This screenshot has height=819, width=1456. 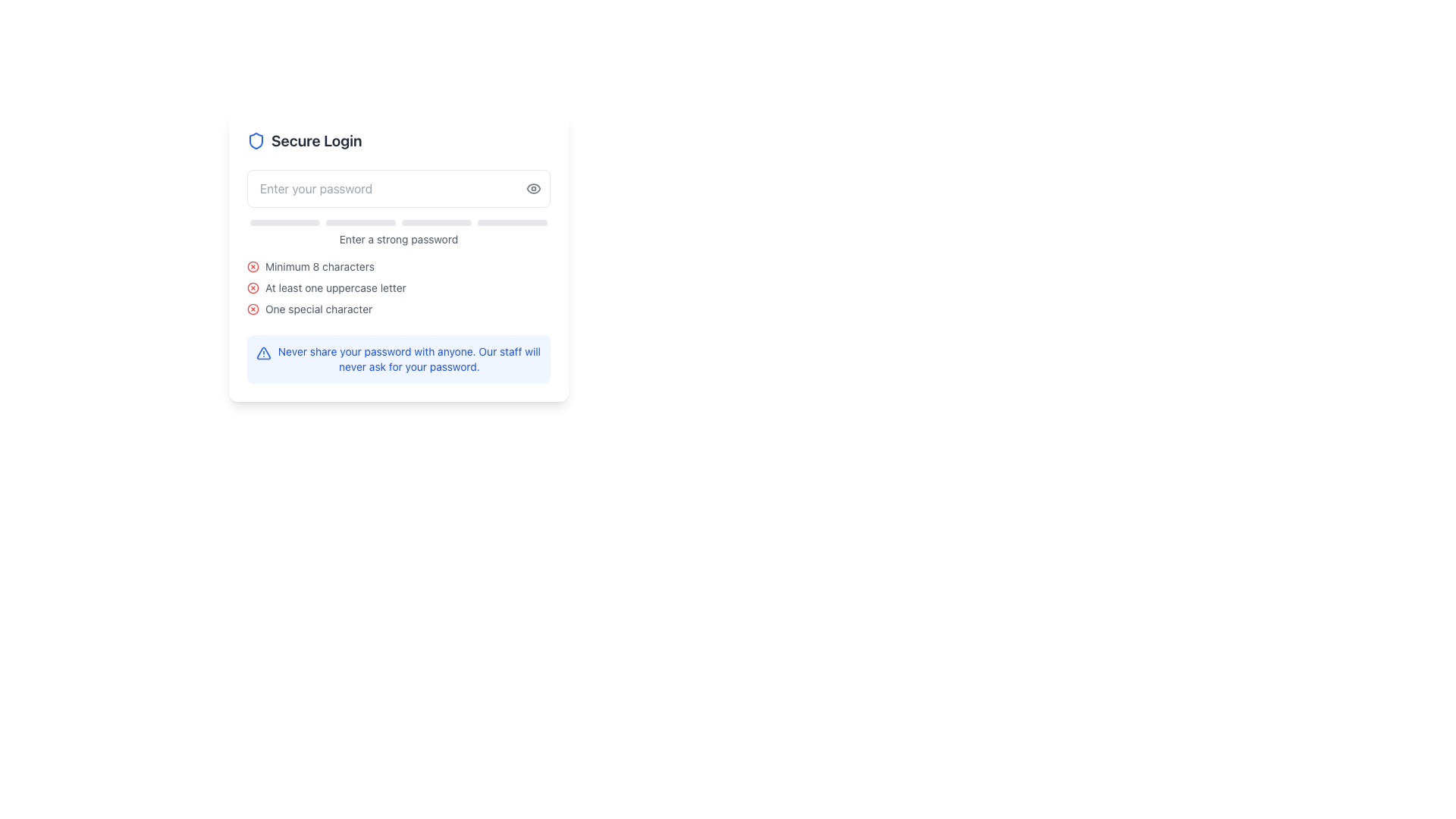 I want to click on the decorative outer oval of the eye-shaped icon within the SVG, located to the right of the password input area, so click(x=534, y=188).